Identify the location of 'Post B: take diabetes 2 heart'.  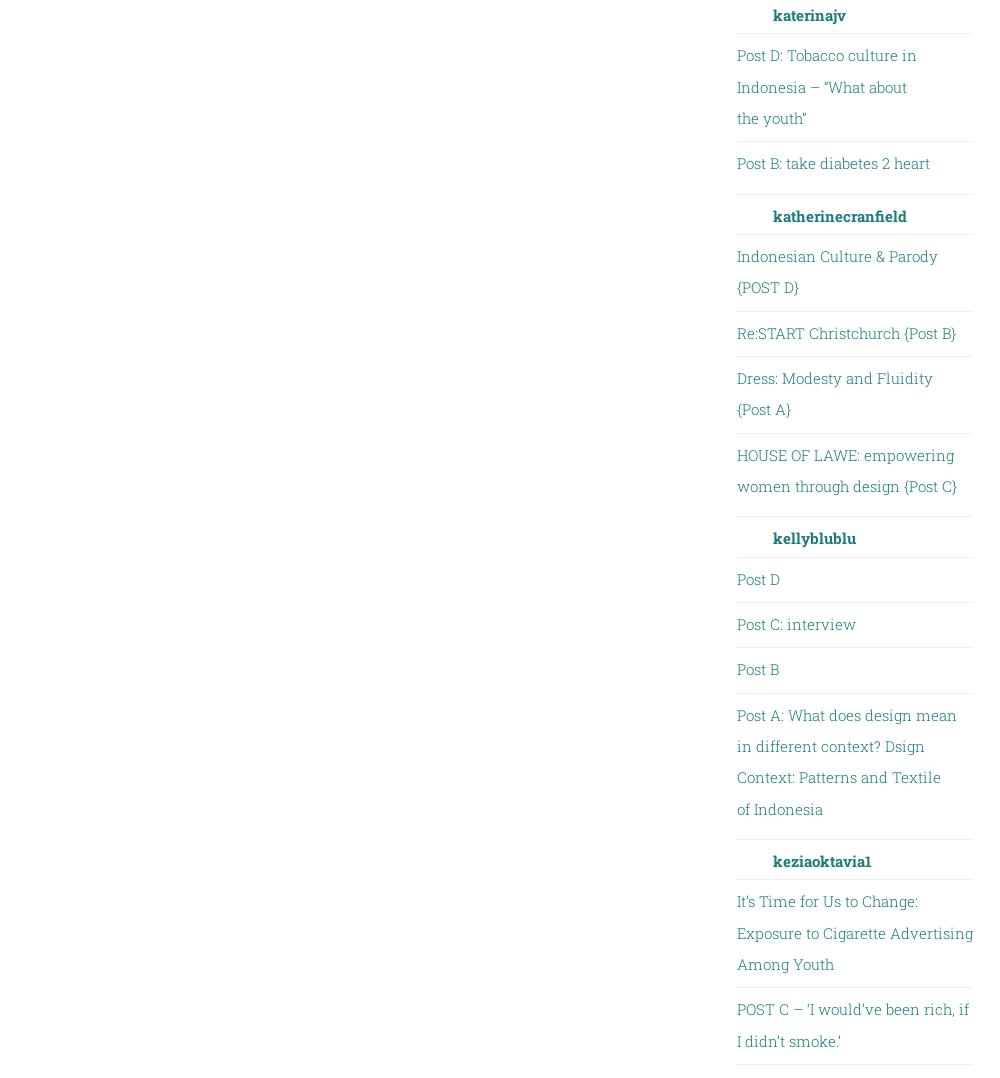
(831, 161).